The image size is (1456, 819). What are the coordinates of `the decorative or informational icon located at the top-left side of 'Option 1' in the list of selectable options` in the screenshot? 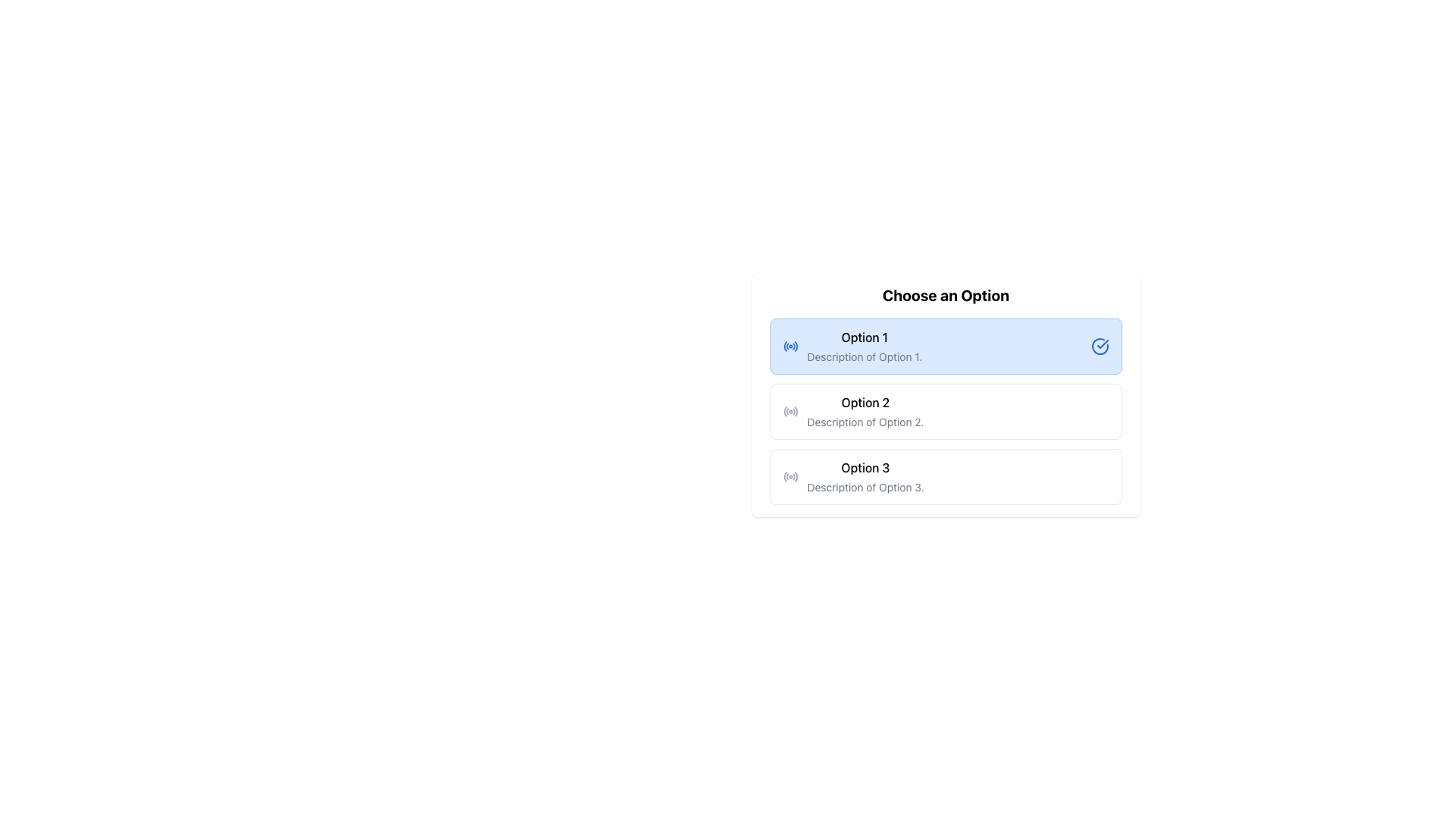 It's located at (789, 346).